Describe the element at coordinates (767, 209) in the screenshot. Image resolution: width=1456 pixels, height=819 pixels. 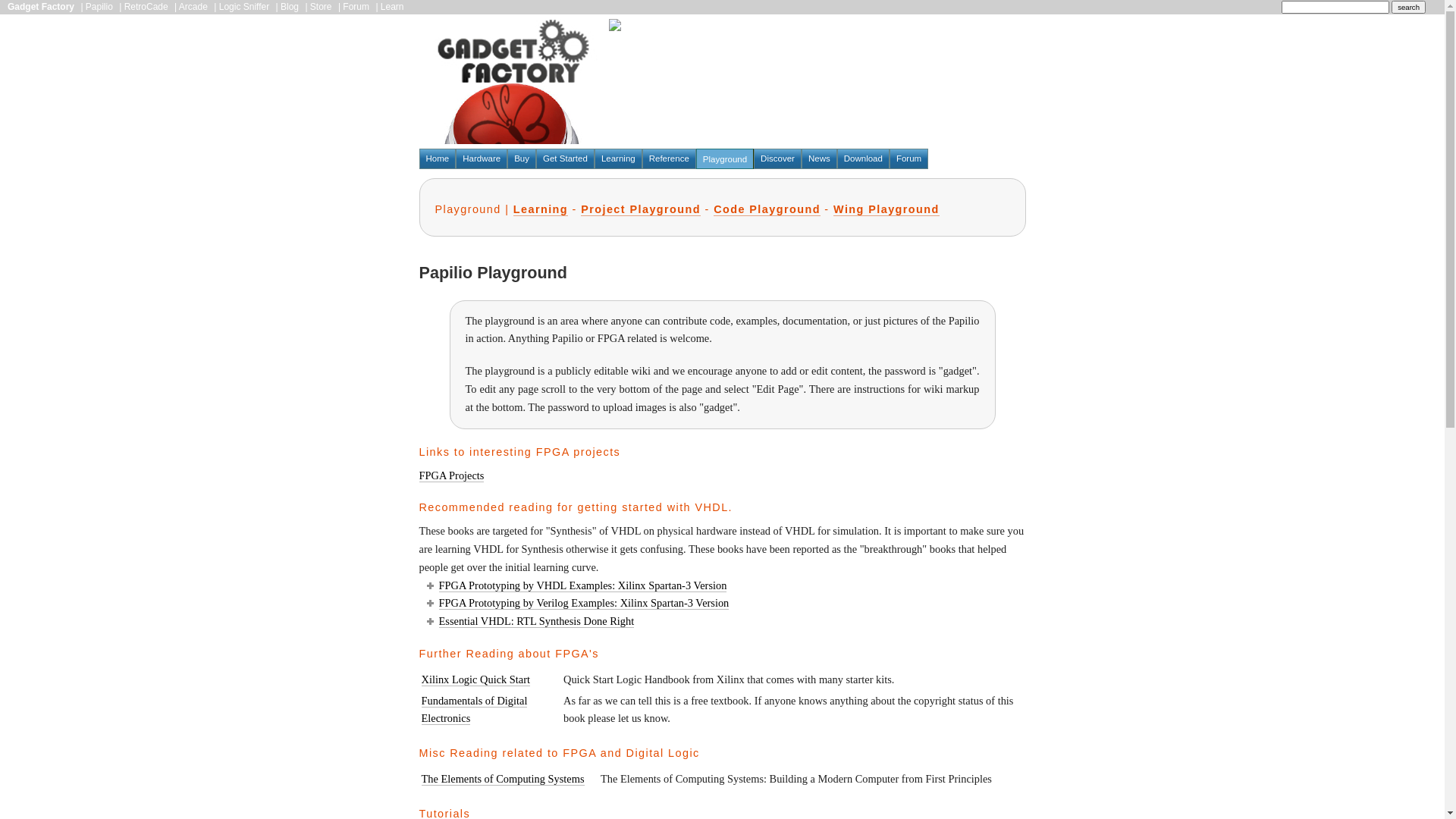
I see `'Code Playground'` at that location.